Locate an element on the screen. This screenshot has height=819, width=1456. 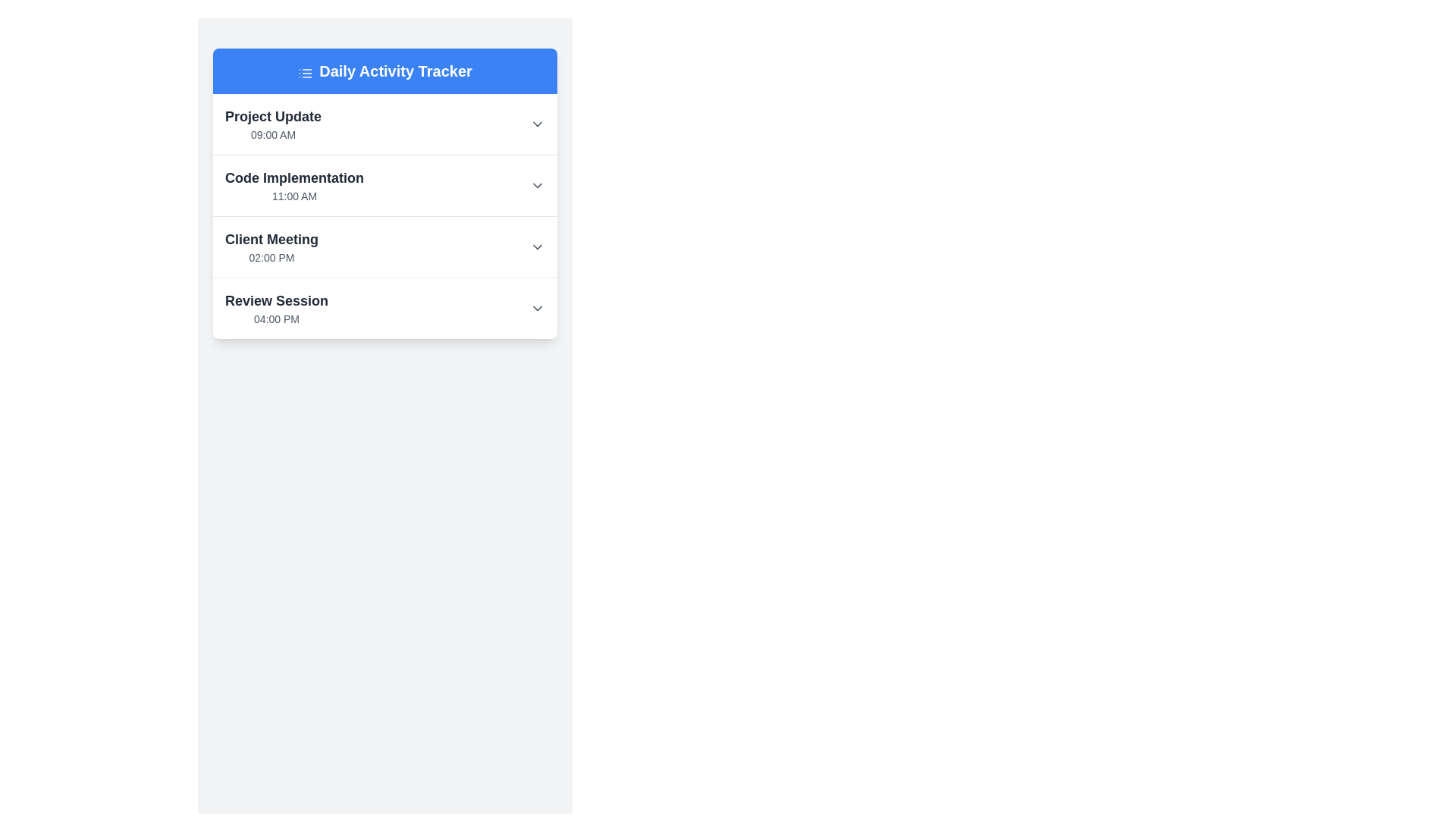
the Header that serves as the title for the daily activity tracker, indicating the content of the display below it is located at coordinates (385, 71).